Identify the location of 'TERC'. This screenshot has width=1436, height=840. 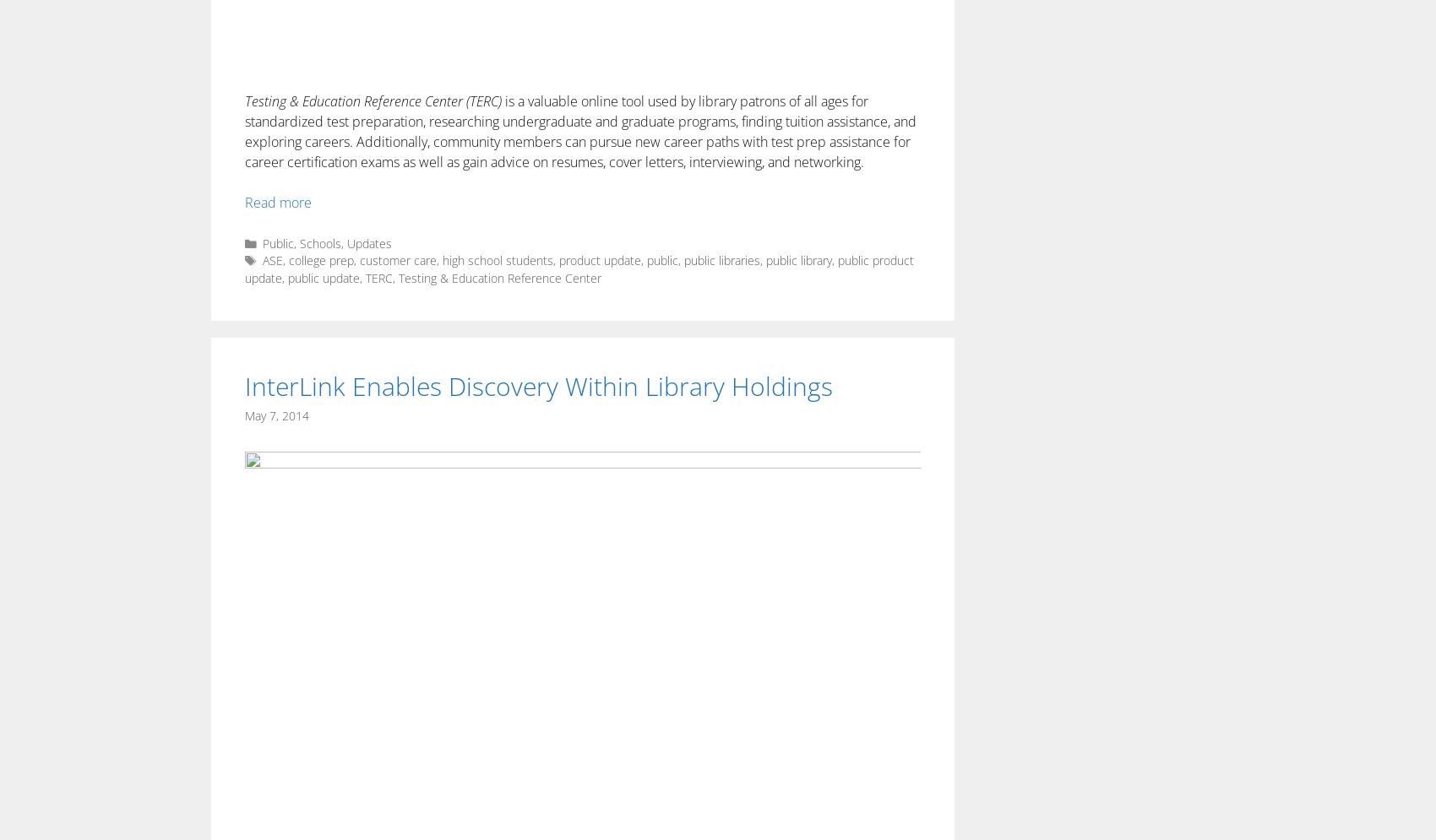
(365, 277).